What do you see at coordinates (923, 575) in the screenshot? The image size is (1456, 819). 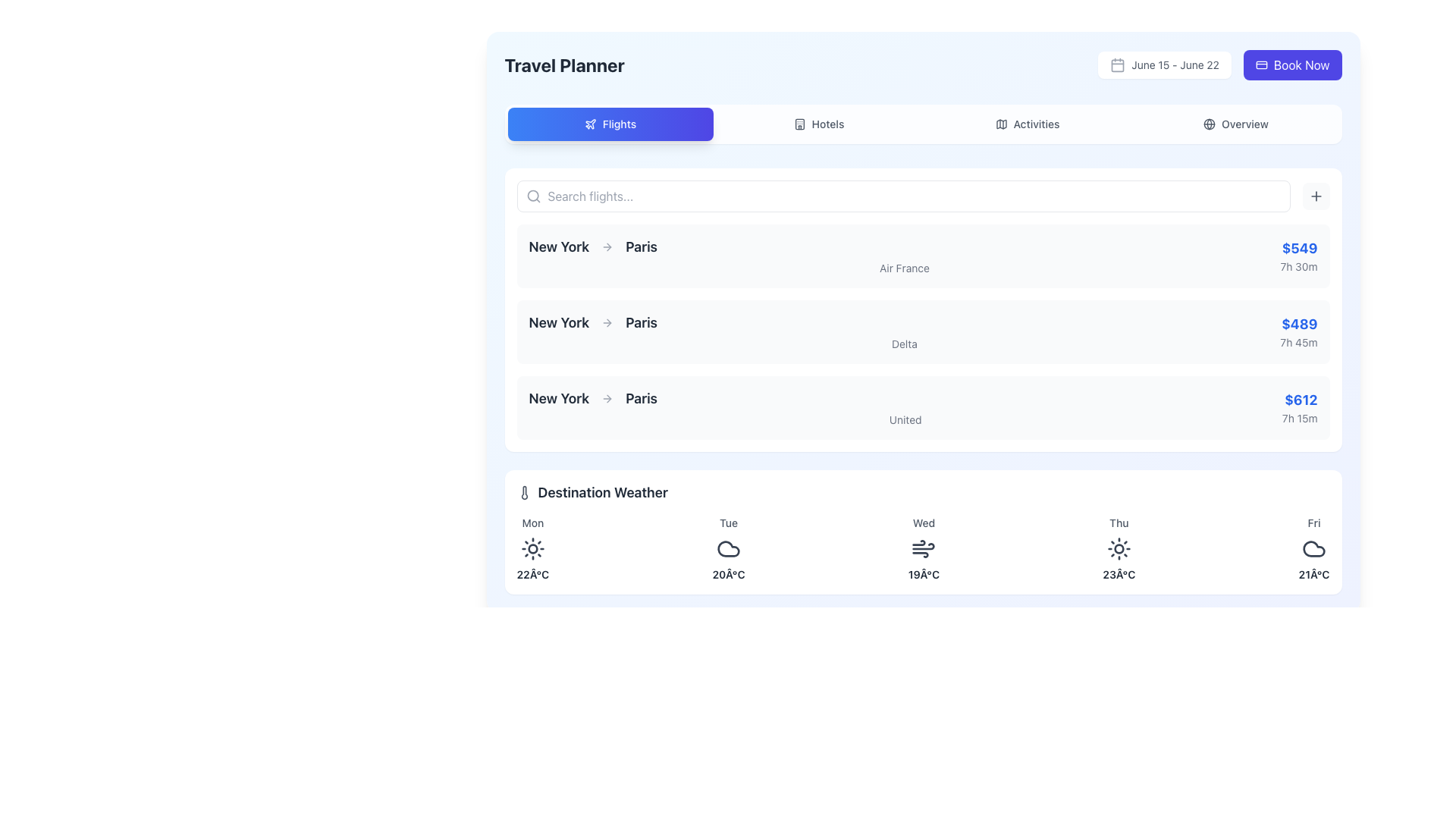 I see `the static text element displaying '19Â°C' in the weather forecast panel under 'Wed'` at bounding box center [923, 575].